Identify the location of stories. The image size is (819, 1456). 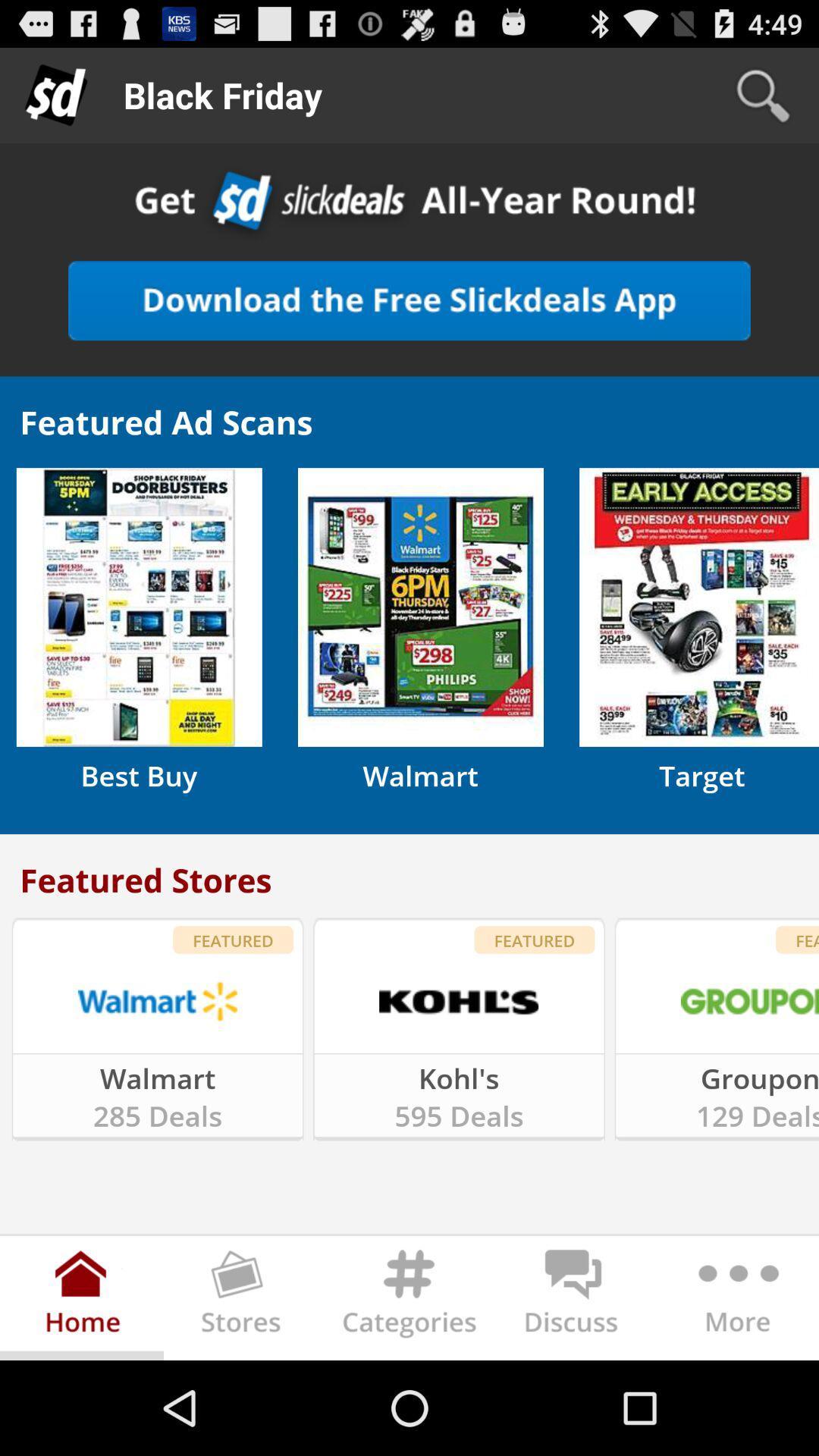
(245, 1301).